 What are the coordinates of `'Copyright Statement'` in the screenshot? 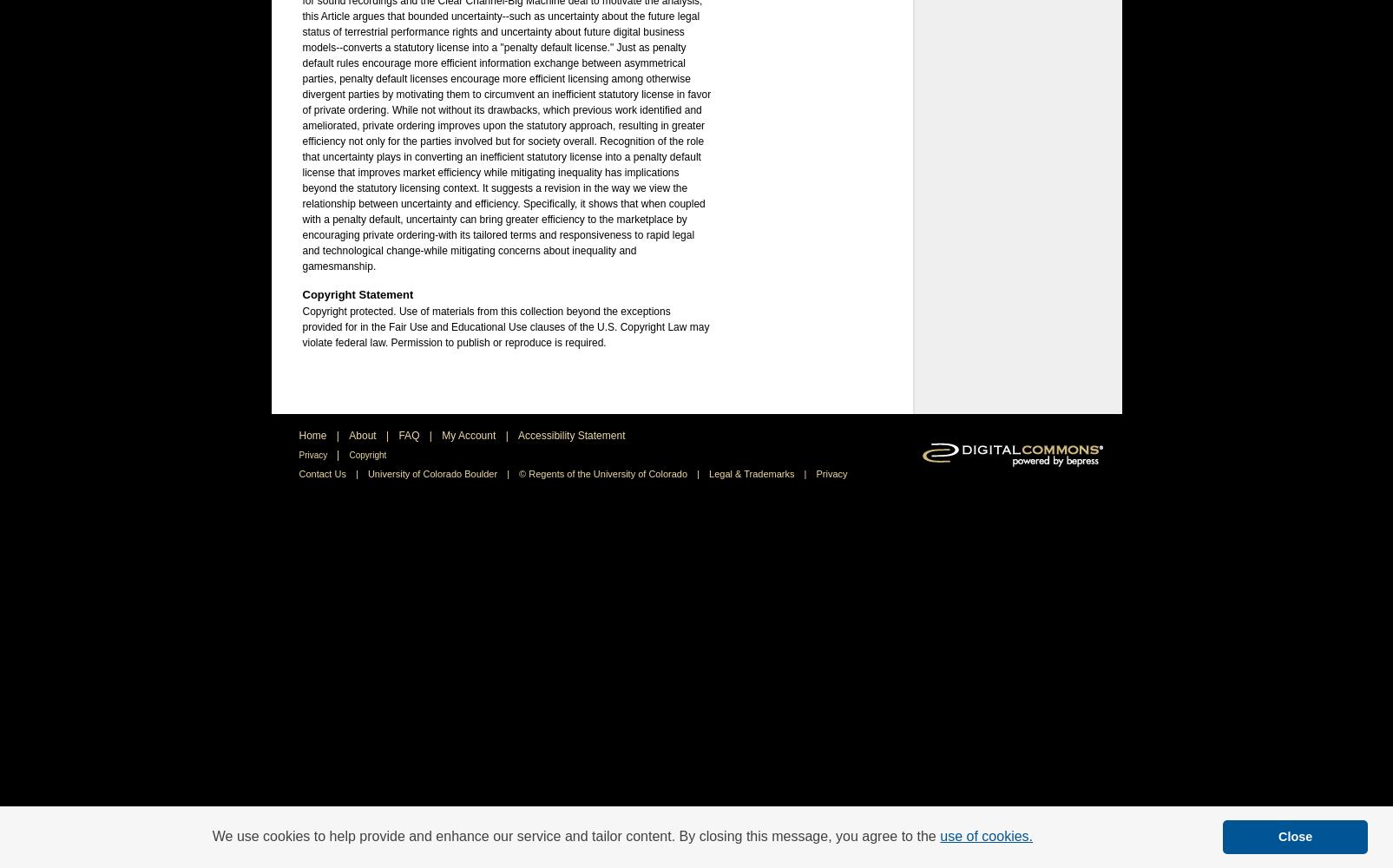 It's located at (357, 293).